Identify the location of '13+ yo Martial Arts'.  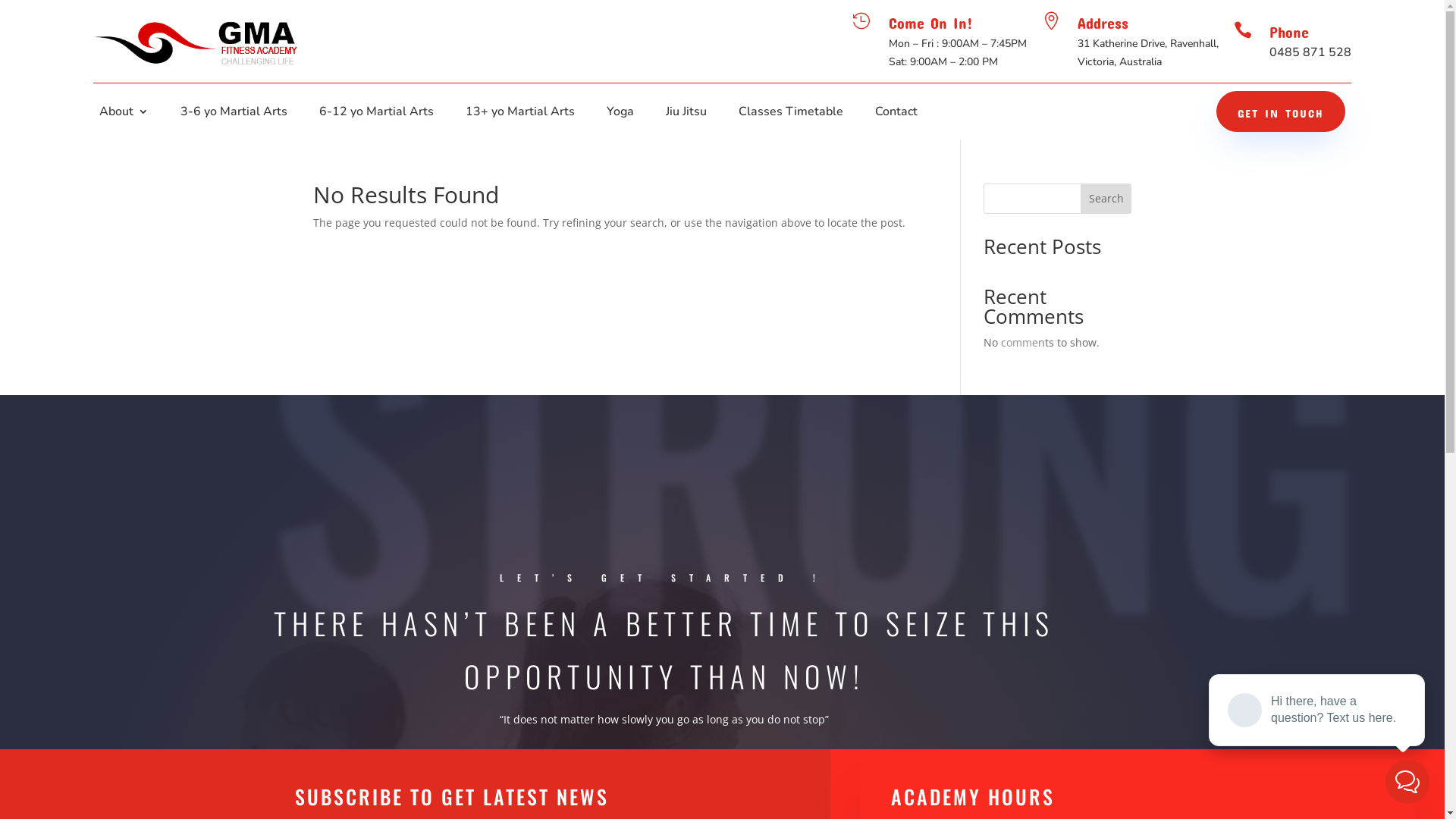
(520, 113).